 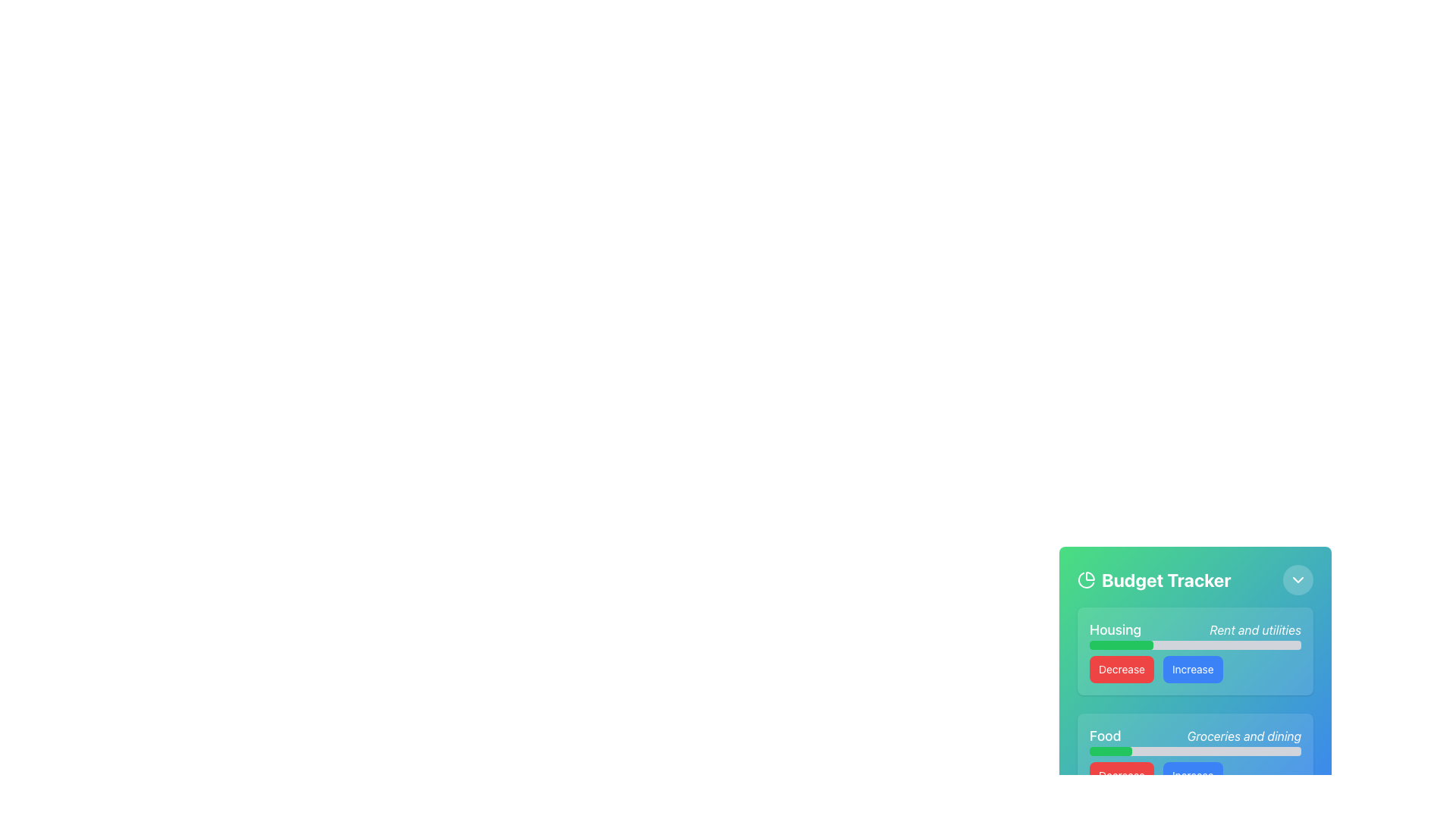 I want to click on the Italicized Text Label displaying 'Groceries and dining', which is styled in a lighter font color against a gradient blue background, so click(x=1244, y=736).